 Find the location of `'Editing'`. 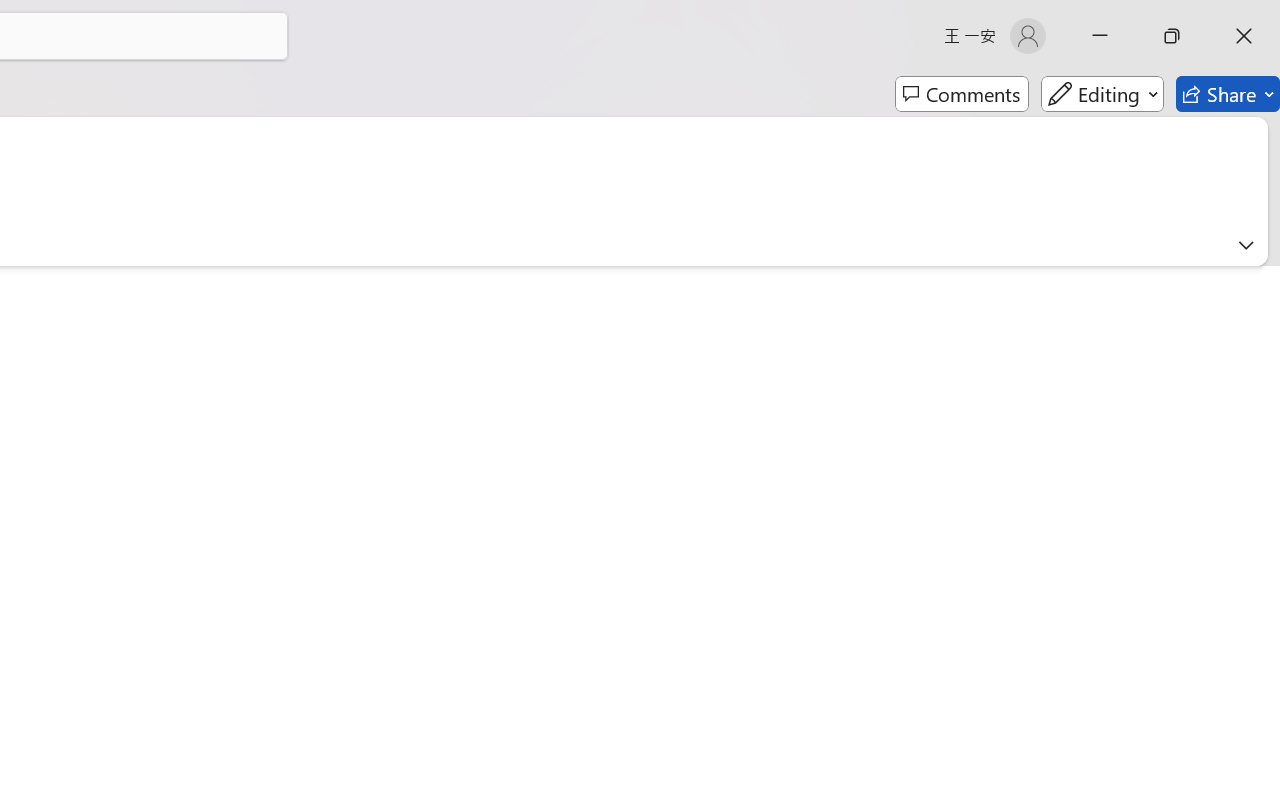

'Editing' is located at coordinates (1101, 94).